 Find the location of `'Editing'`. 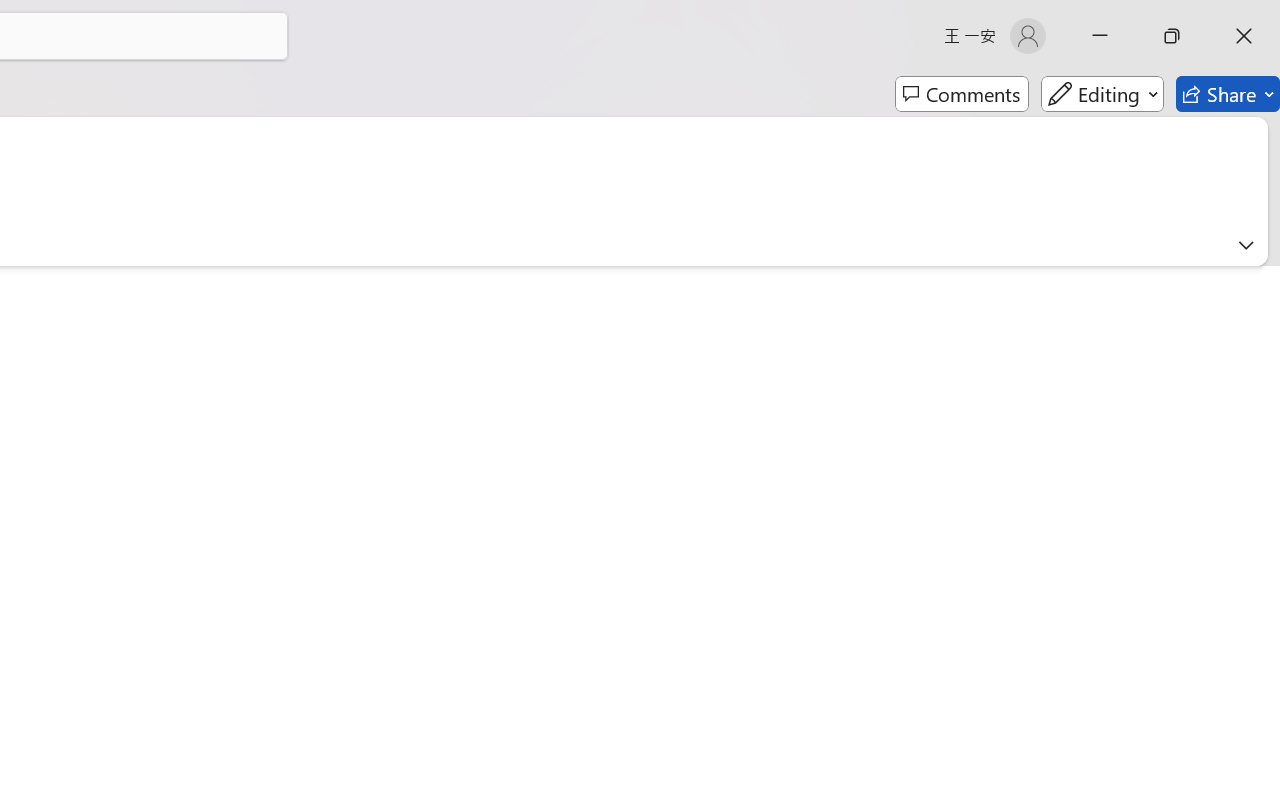

'Editing' is located at coordinates (1101, 94).